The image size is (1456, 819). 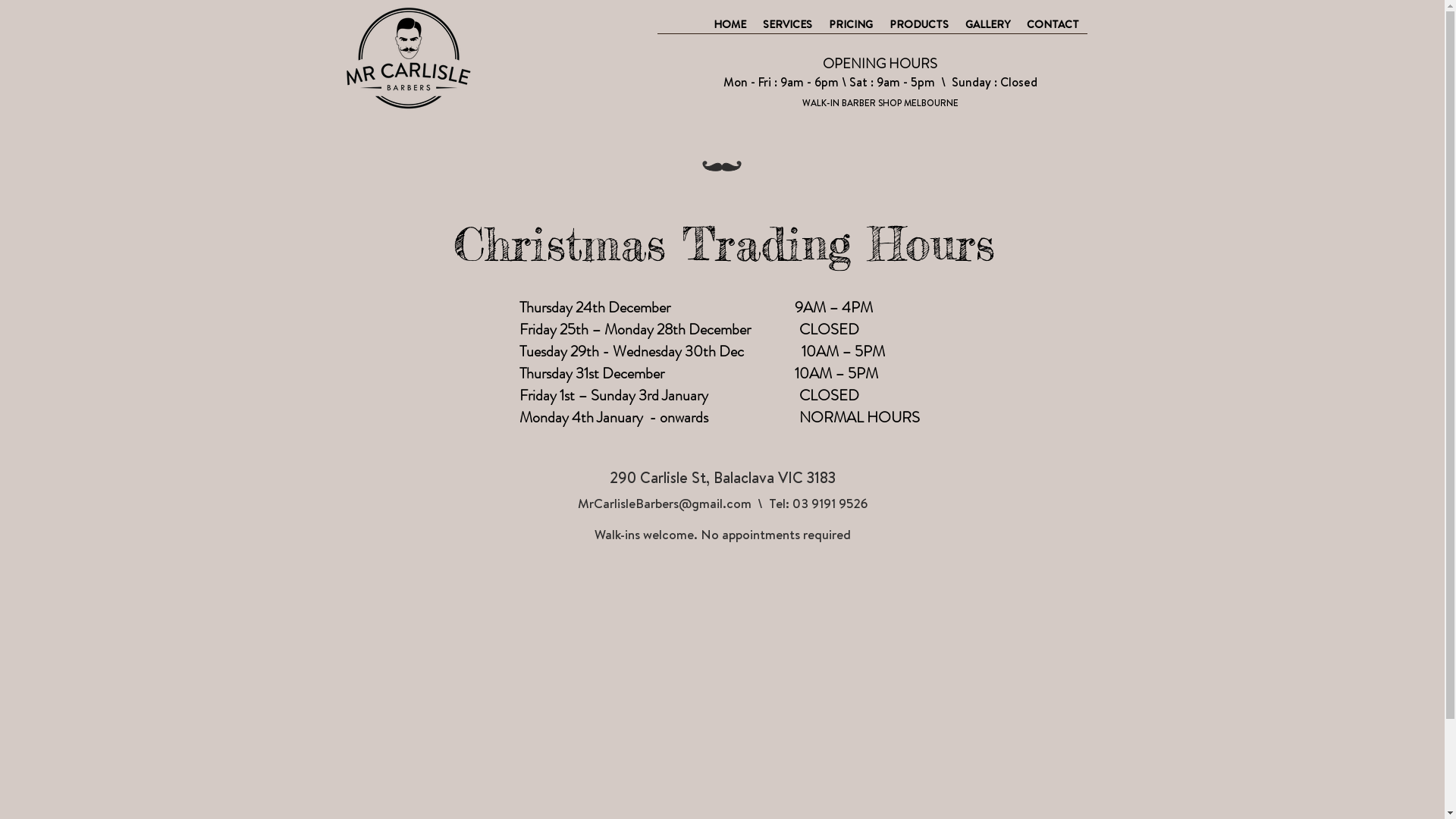 What do you see at coordinates (1051, 29) in the screenshot?
I see `'CONTACT'` at bounding box center [1051, 29].